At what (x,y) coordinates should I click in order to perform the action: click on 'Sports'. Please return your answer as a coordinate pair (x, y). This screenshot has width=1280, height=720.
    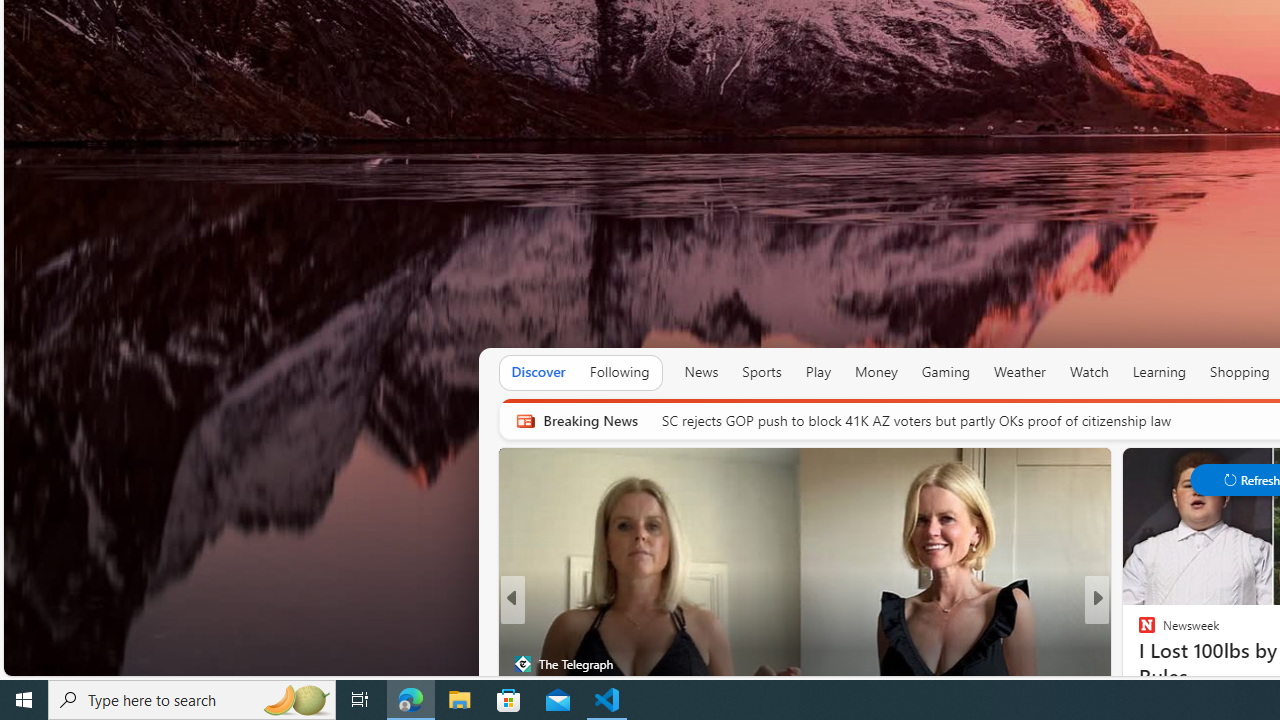
    Looking at the image, I should click on (760, 372).